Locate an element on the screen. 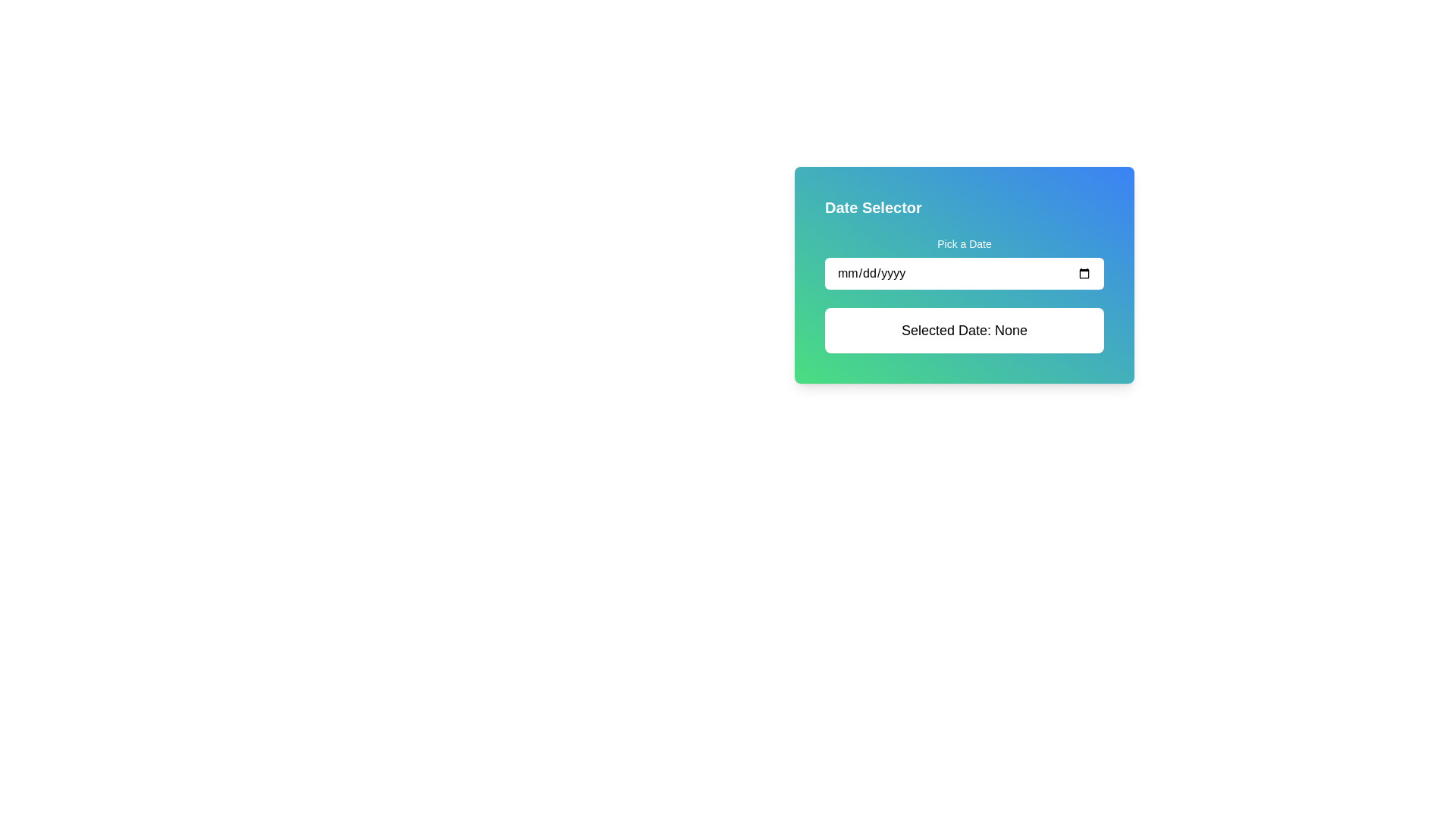 The image size is (1456, 819). the Text Label that indicates the currently selected date, which is located at the bottom of the 'Date Selector' modal and updates dynamically as the user selects a date is located at coordinates (964, 329).